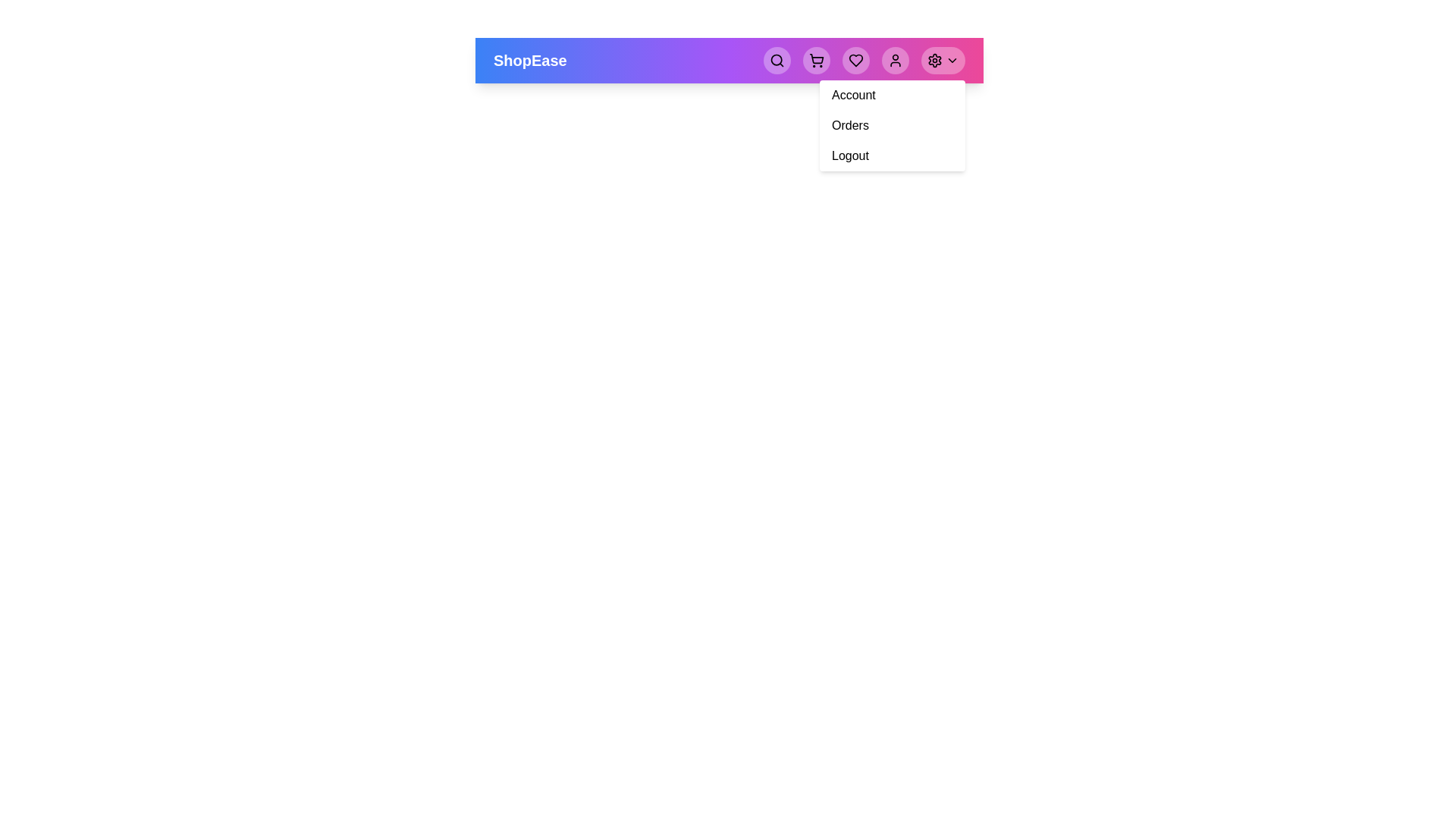 This screenshot has width=1456, height=819. Describe the element at coordinates (777, 60) in the screenshot. I see `the search button` at that location.